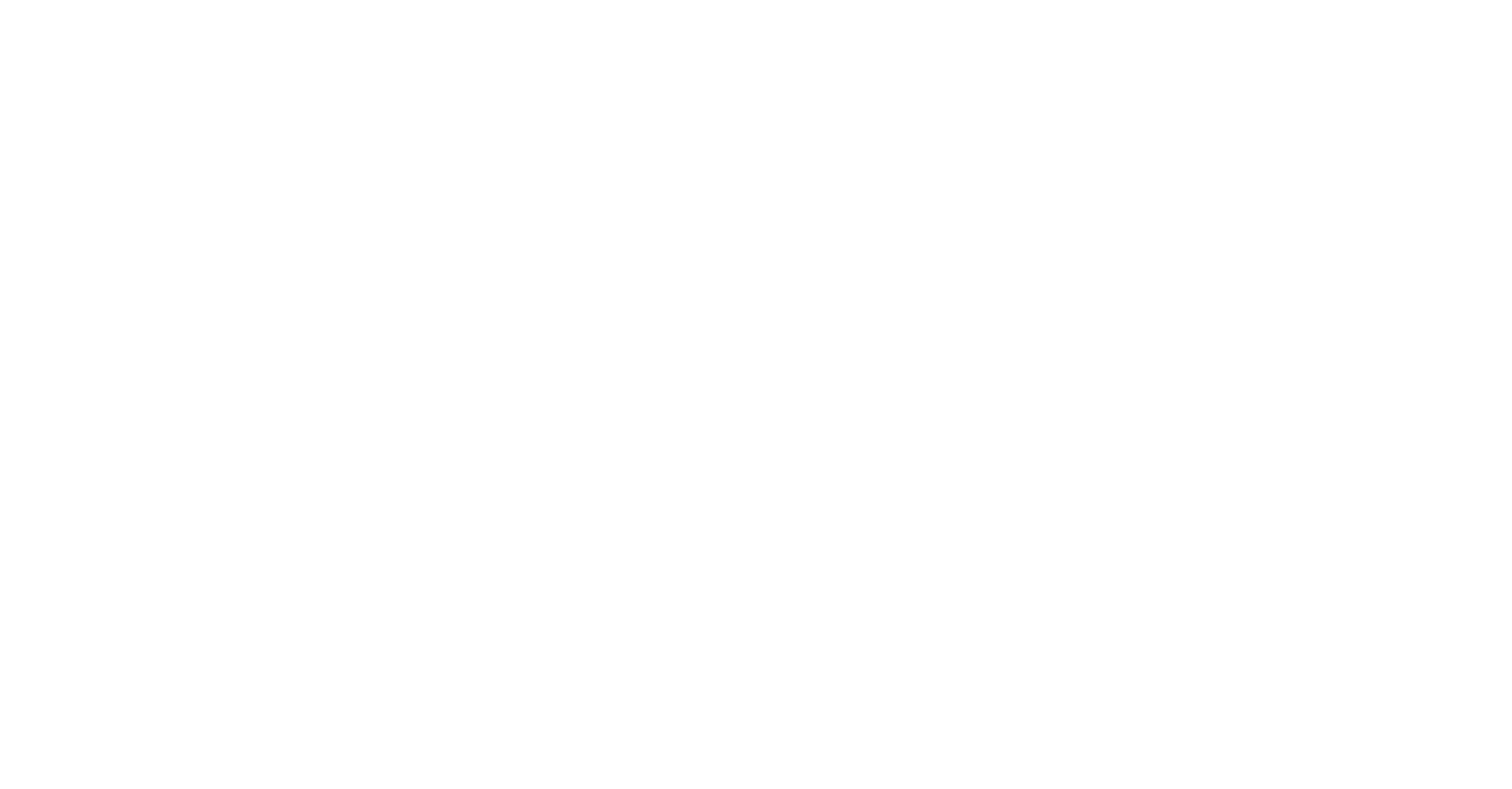 Image resolution: width=1512 pixels, height=789 pixels. What do you see at coordinates (1405, 293) in the screenshot?
I see `'Justiz, Sicherheit, Steuern, Finanzen'` at bounding box center [1405, 293].